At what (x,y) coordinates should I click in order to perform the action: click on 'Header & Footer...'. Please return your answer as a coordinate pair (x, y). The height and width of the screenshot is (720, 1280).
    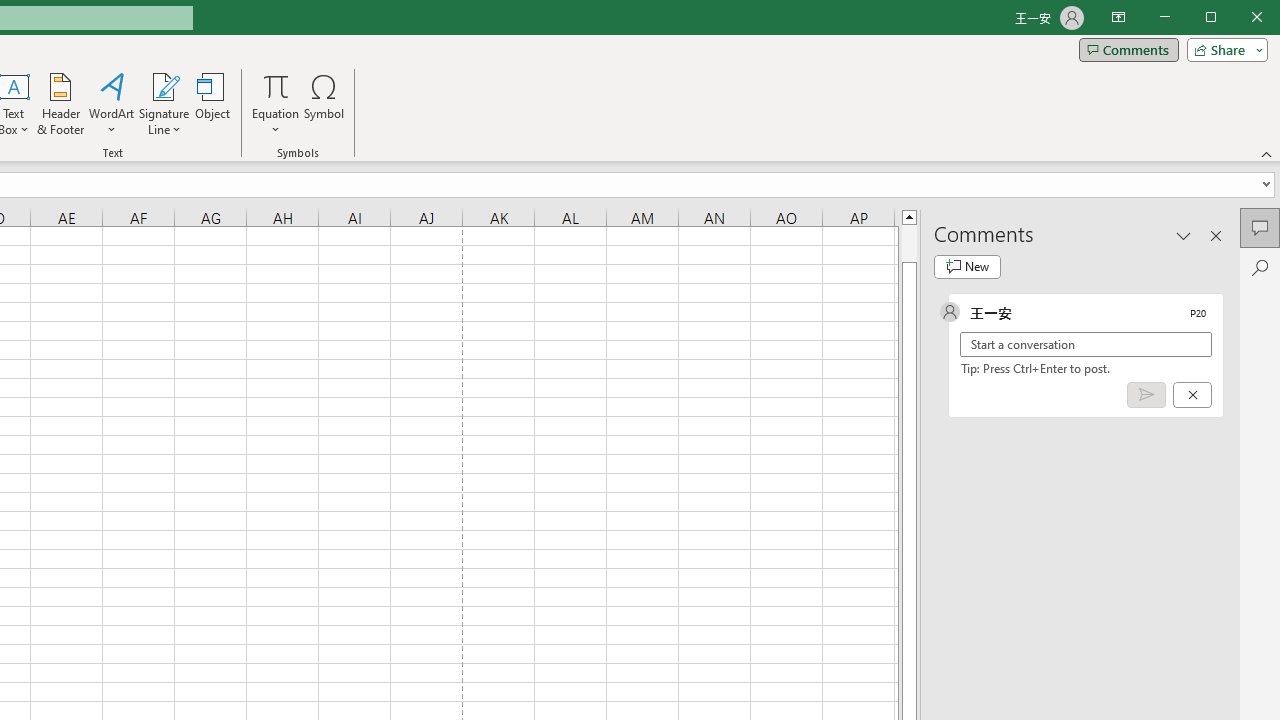
    Looking at the image, I should click on (60, 104).